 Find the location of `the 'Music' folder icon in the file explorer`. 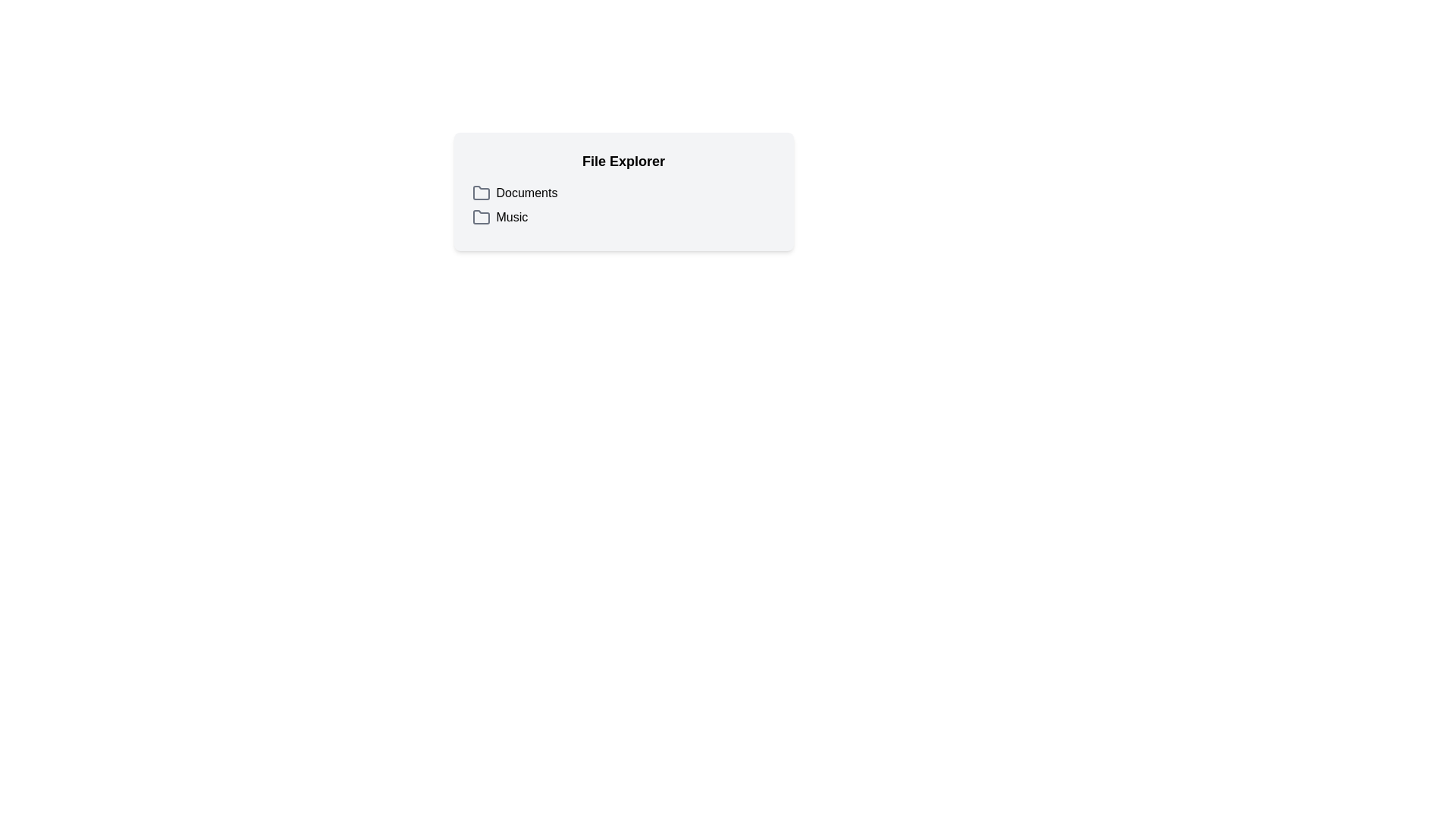

the 'Music' folder icon in the file explorer is located at coordinates (480, 217).